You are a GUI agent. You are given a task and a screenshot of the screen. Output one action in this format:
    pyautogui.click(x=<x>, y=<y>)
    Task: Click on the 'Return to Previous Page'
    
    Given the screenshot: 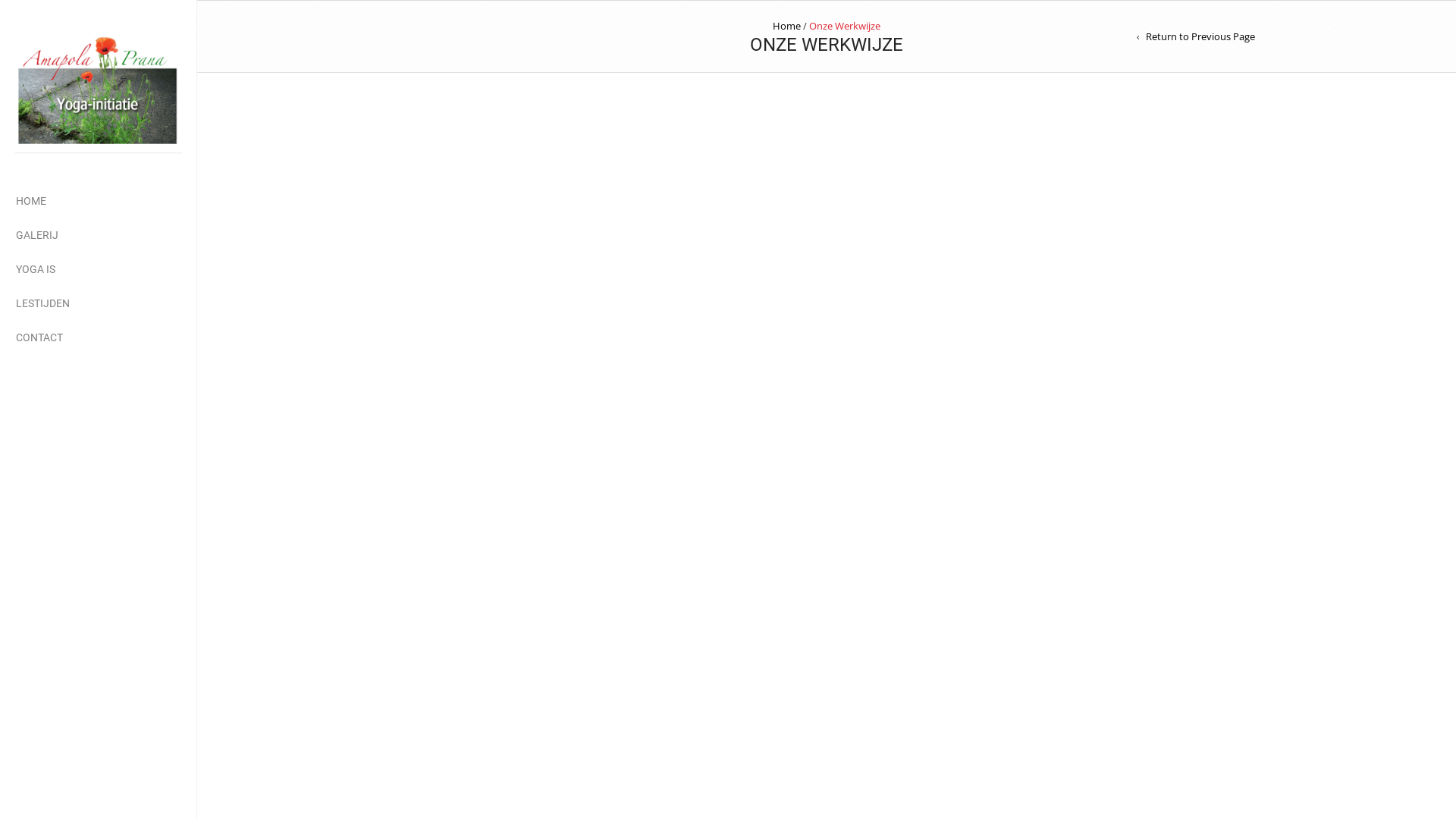 What is the action you would take?
    pyautogui.click(x=1195, y=36)
    